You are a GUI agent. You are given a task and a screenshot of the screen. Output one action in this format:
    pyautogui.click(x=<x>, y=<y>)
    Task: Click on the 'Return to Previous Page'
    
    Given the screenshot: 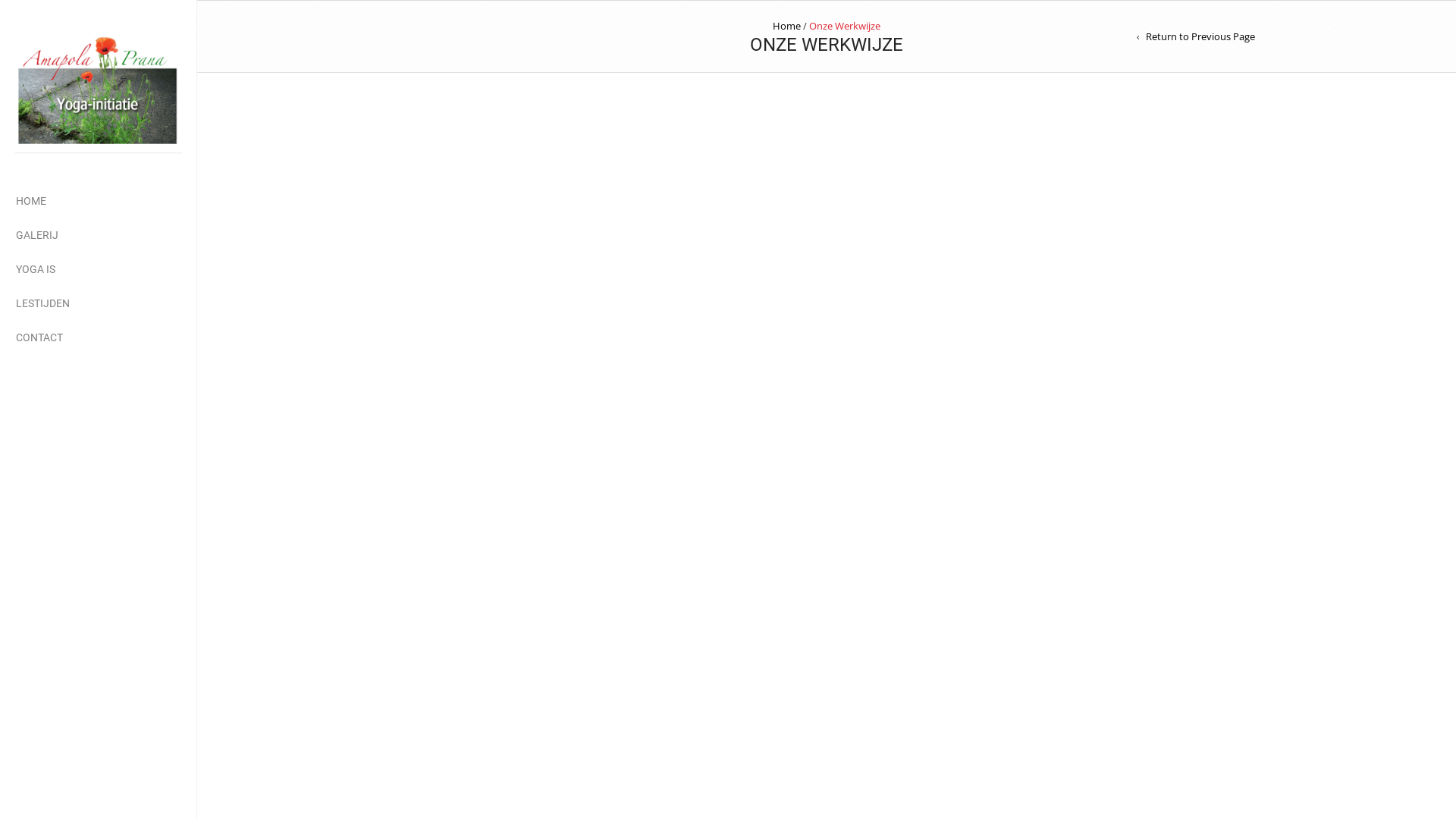 What is the action you would take?
    pyautogui.click(x=1195, y=36)
    